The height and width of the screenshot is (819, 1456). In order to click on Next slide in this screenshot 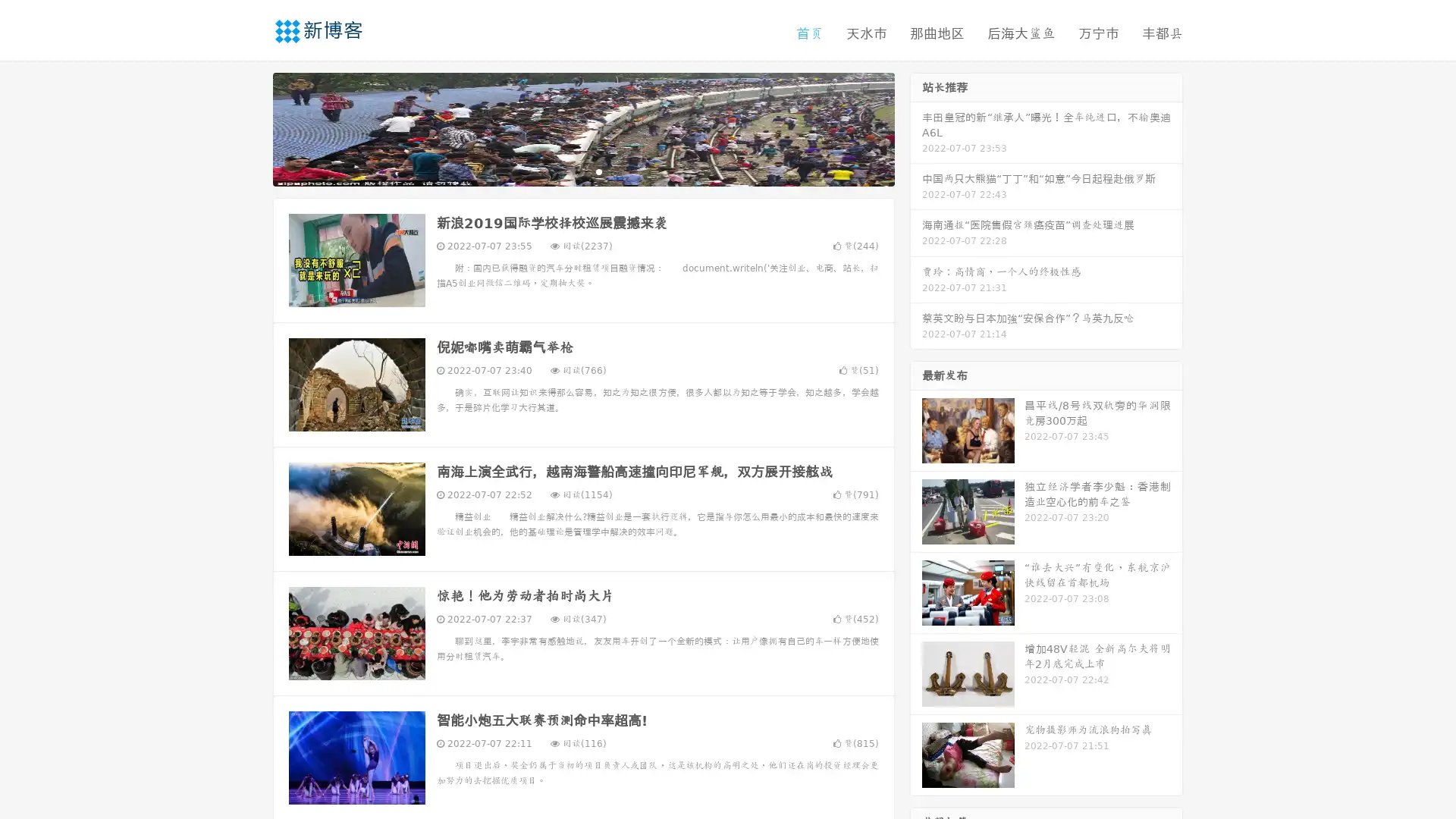, I will do `click(916, 127)`.